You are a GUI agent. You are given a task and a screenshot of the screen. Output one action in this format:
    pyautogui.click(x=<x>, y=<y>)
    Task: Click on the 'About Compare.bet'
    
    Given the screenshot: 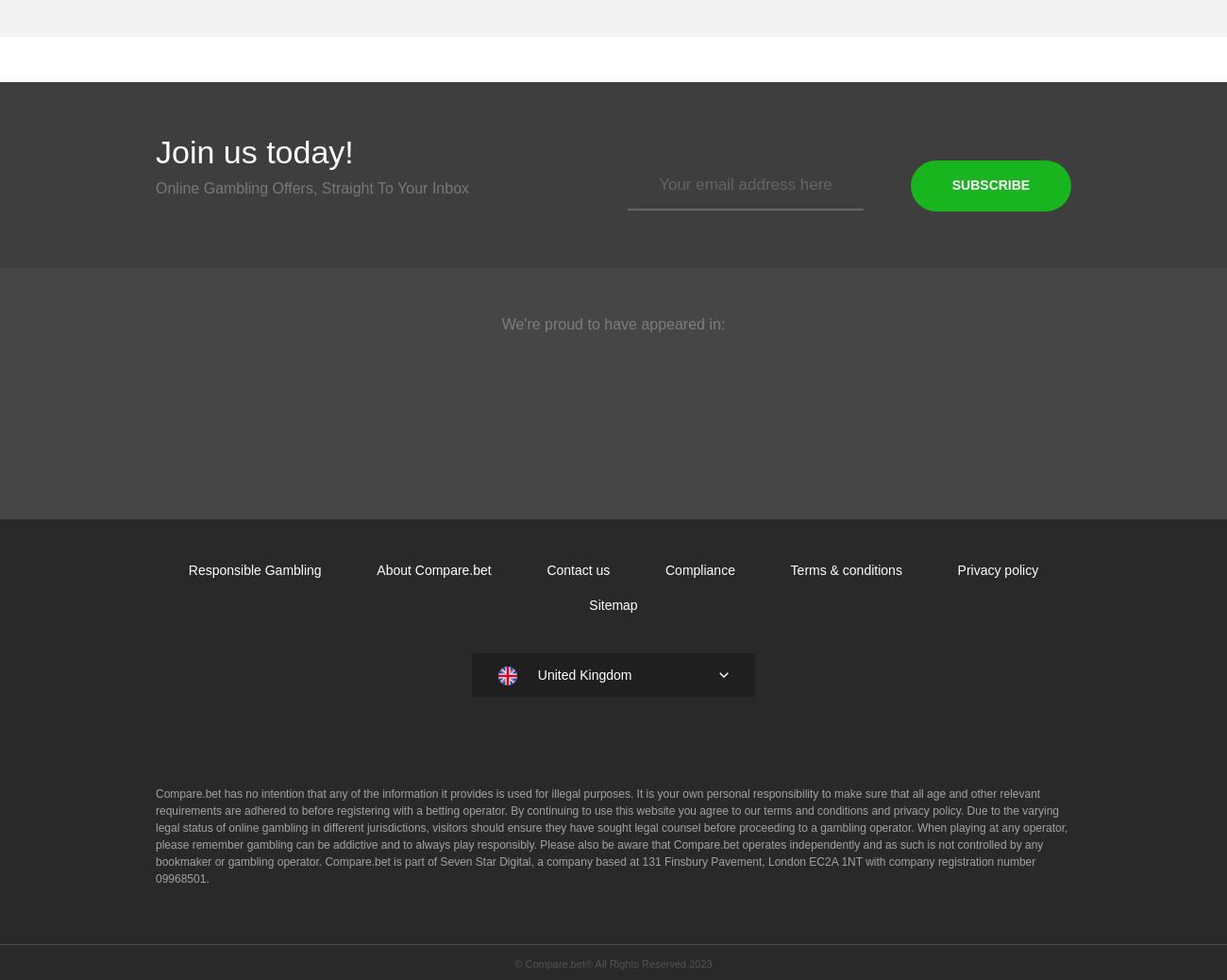 What is the action you would take?
    pyautogui.click(x=432, y=569)
    